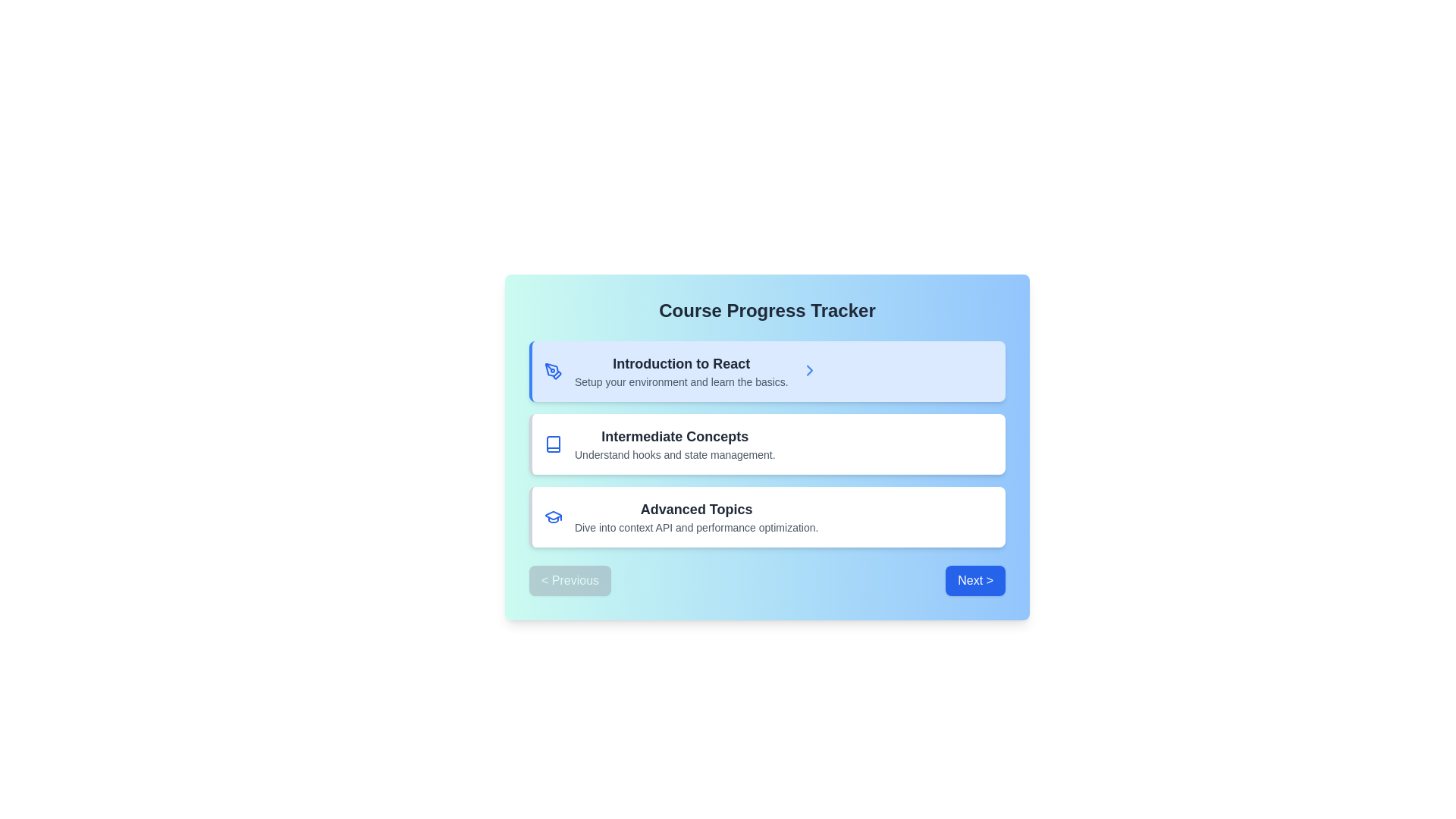  Describe the element at coordinates (767, 444) in the screenshot. I see `contents of the Informational card detailing the topic 'Intermediate Concepts' in the Course Progress Tracker interface, which is the second card in the vertical list` at that location.